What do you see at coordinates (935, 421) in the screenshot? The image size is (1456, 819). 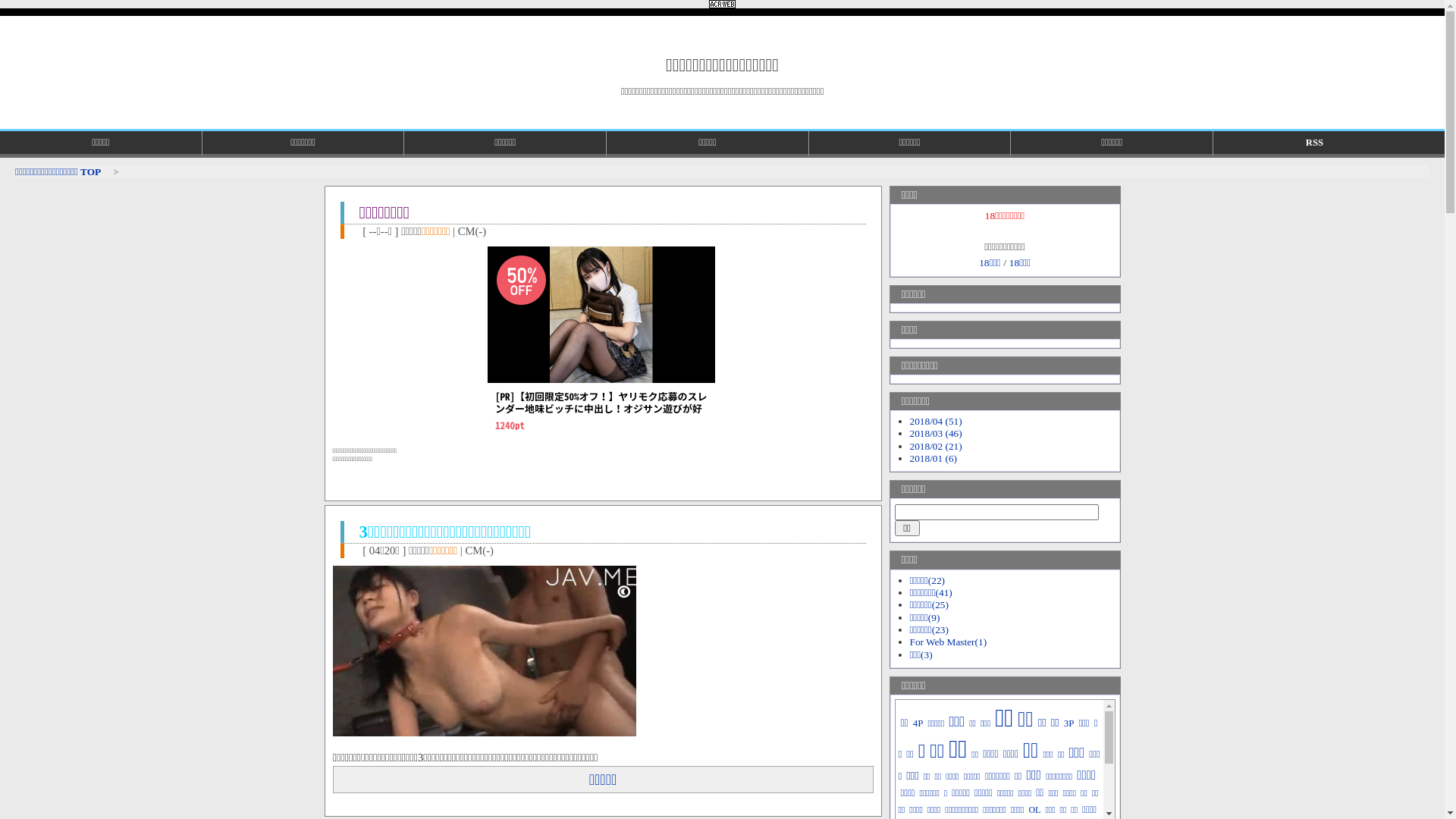 I see `'2018/04 (51)'` at bounding box center [935, 421].